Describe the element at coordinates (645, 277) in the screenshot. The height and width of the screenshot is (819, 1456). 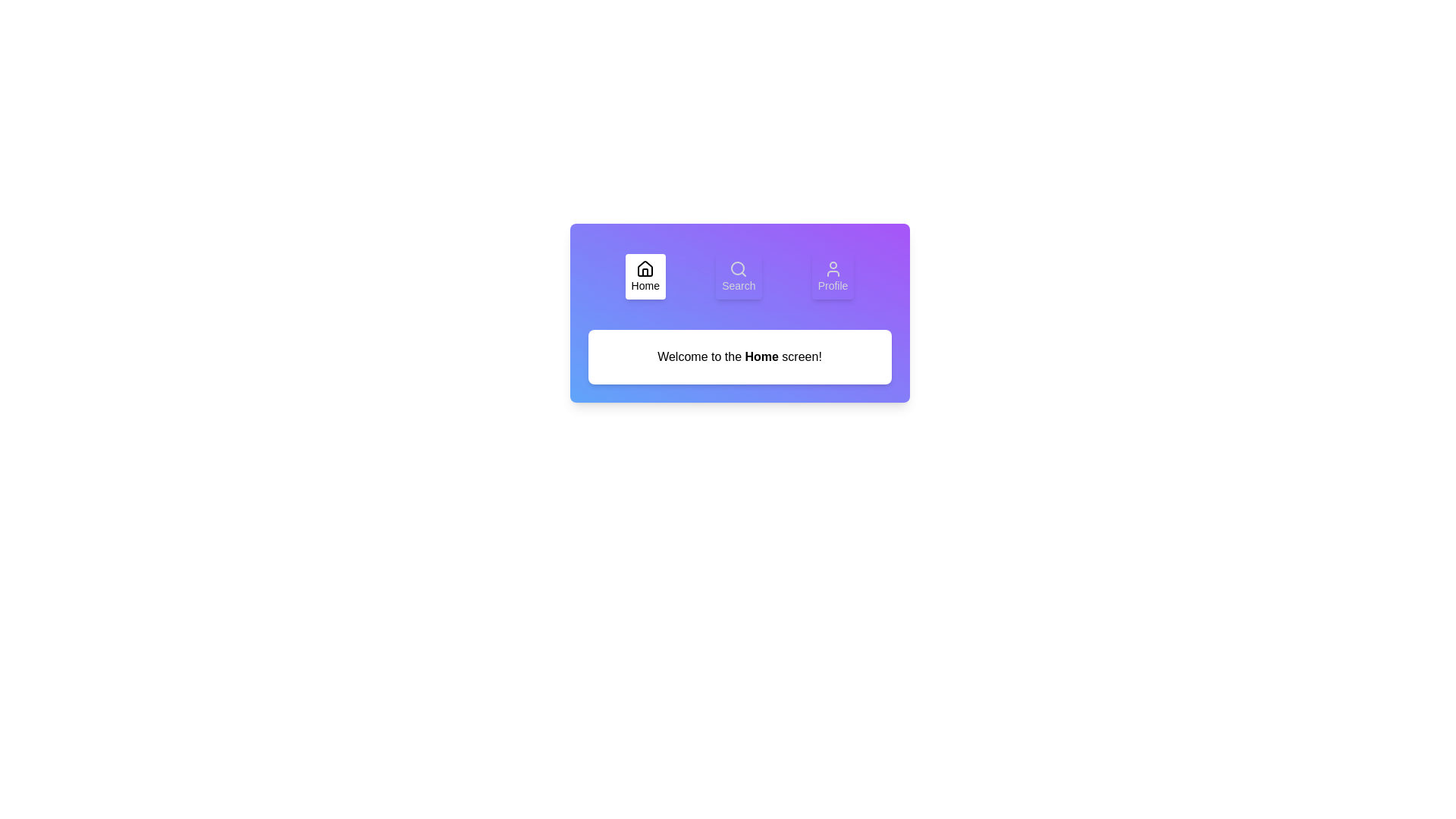
I see `the navigation button labeled 'Home' located at the top-center of the interface` at that location.